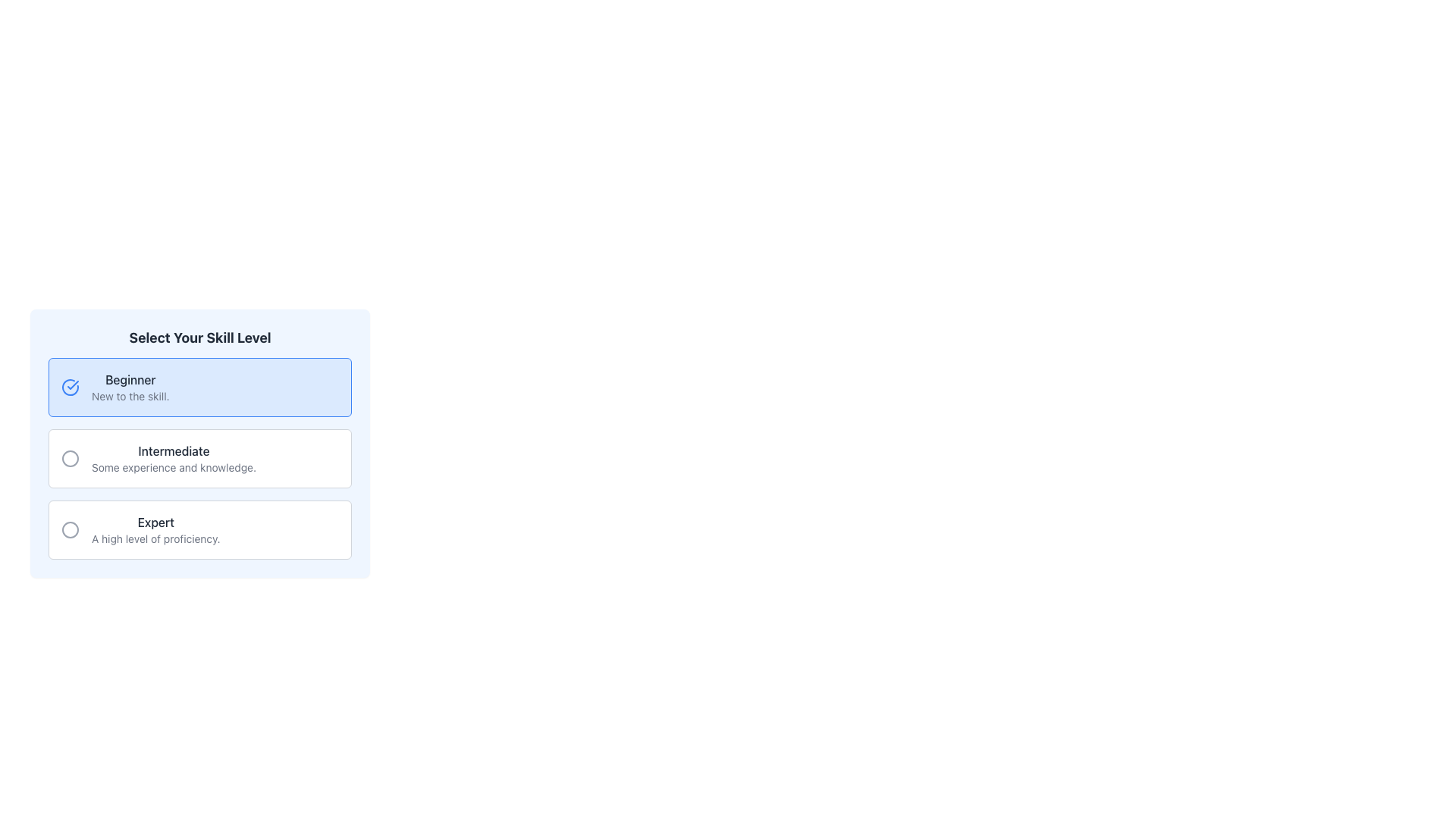  I want to click on the circular selection indicator for the 'Intermediate' skill level, so click(69, 458).